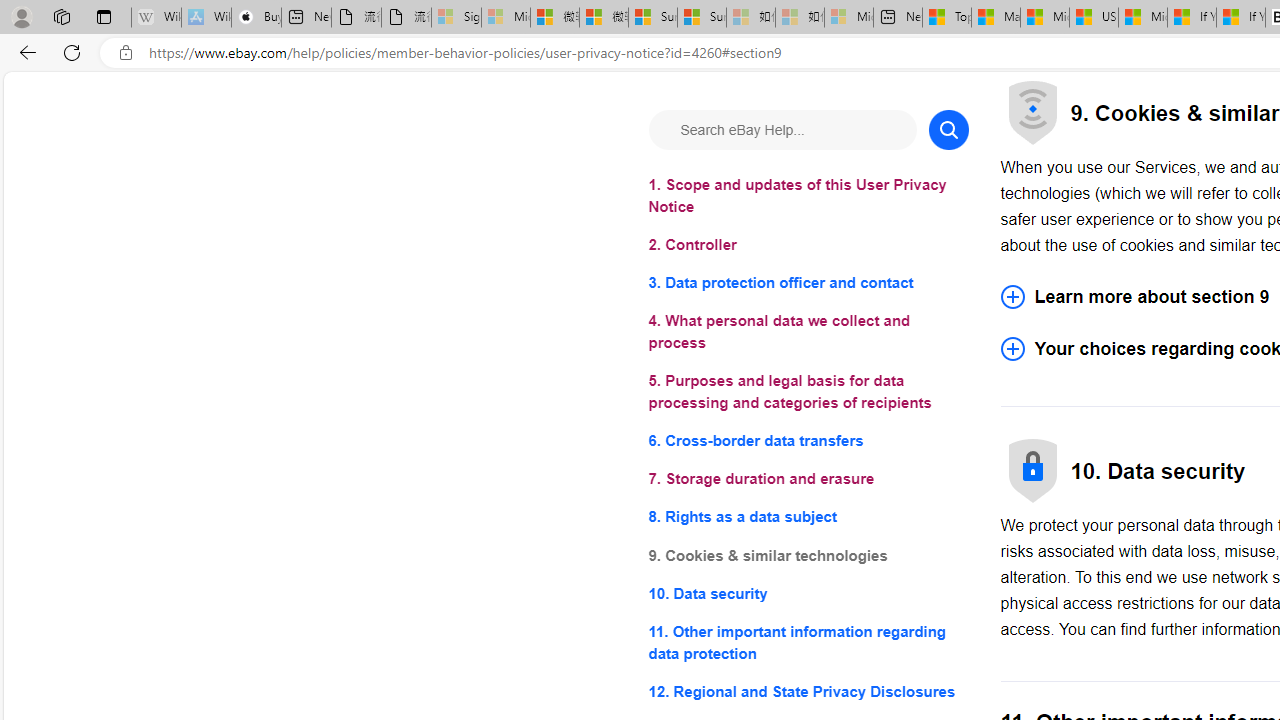 This screenshot has height=720, width=1280. Describe the element at coordinates (808, 516) in the screenshot. I see `'8. Rights as a data subject'` at that location.